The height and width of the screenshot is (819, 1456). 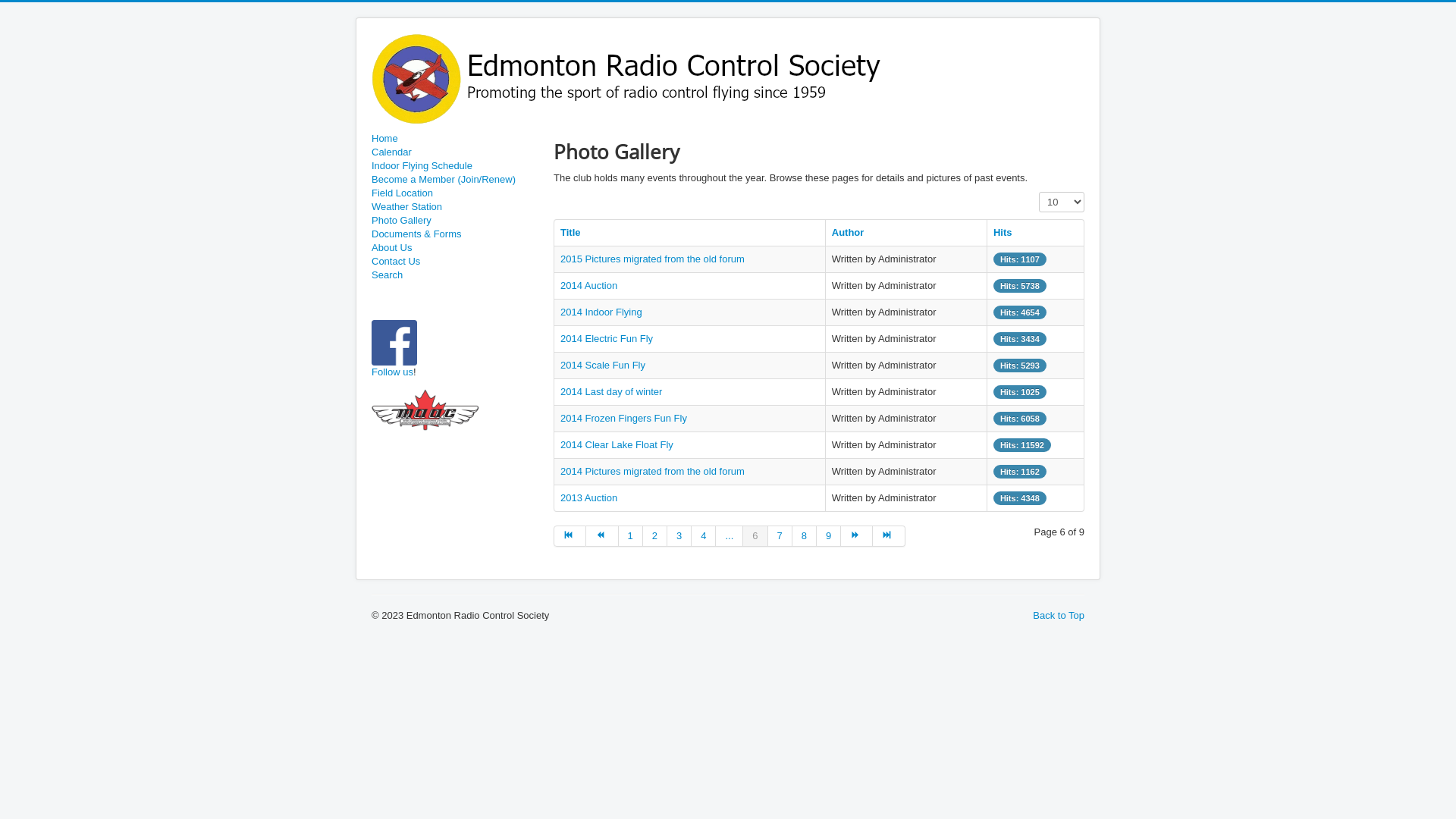 I want to click on 'Documents & Forms', so click(x=454, y=234).